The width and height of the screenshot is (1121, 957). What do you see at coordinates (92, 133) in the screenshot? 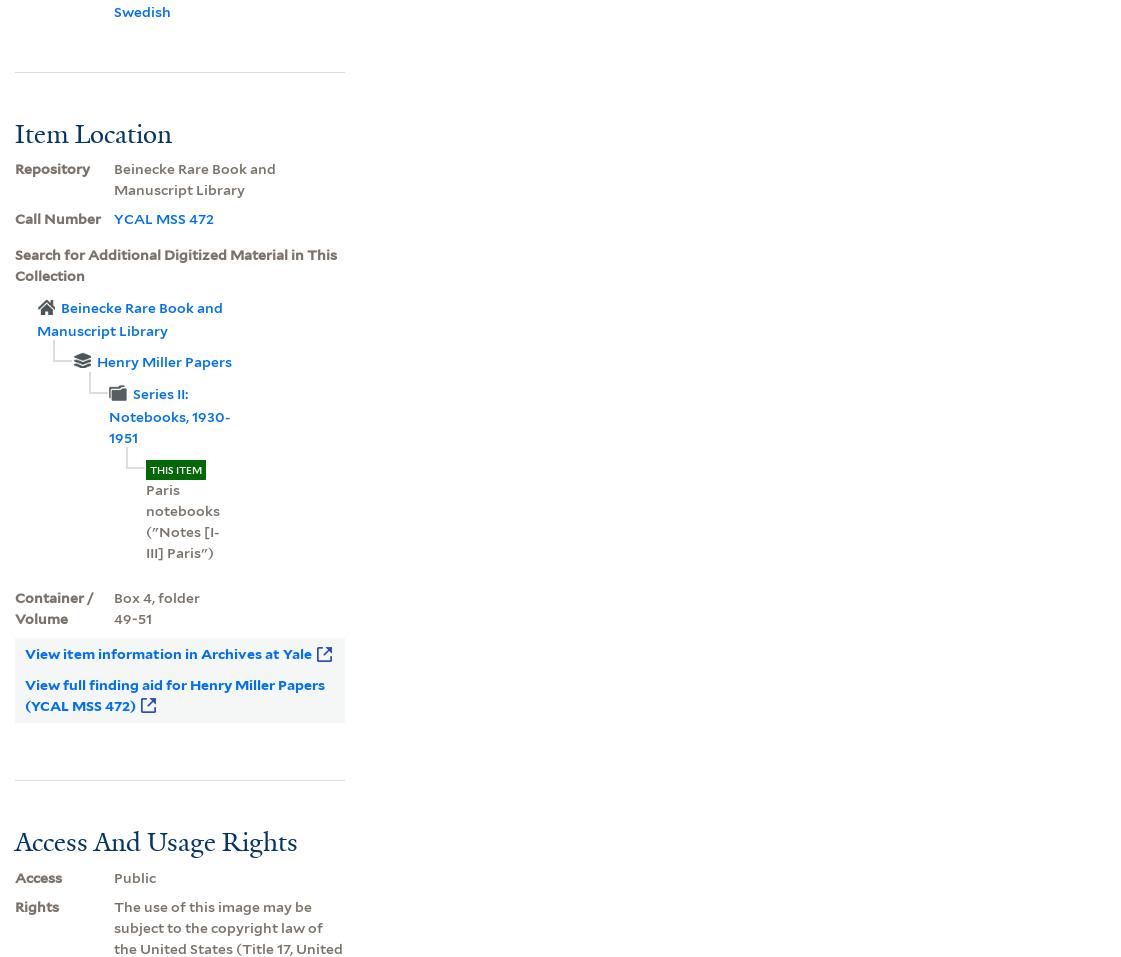
I see `'Item Location'` at bounding box center [92, 133].